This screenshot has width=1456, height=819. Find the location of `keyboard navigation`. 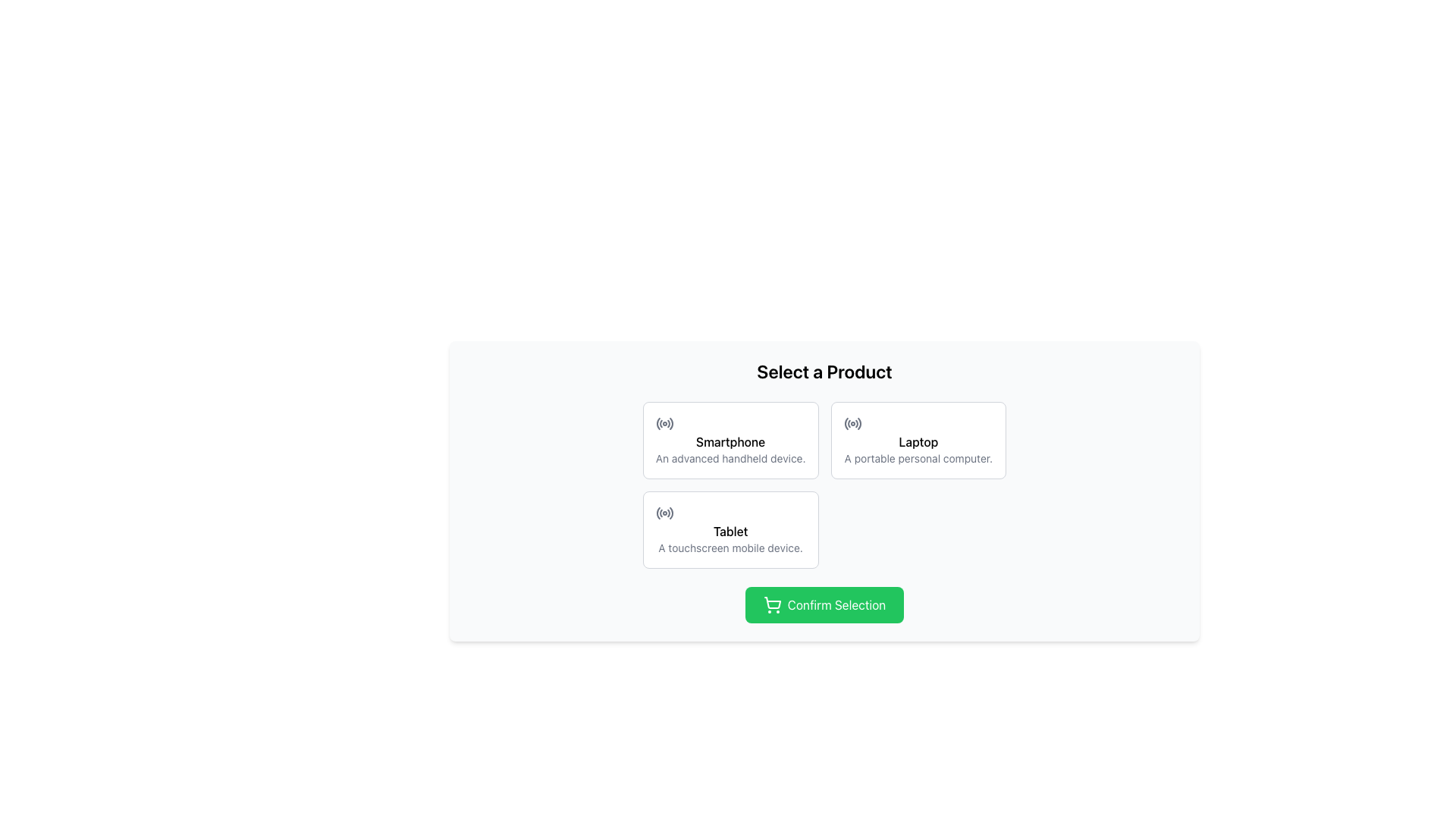

keyboard navigation is located at coordinates (918, 441).